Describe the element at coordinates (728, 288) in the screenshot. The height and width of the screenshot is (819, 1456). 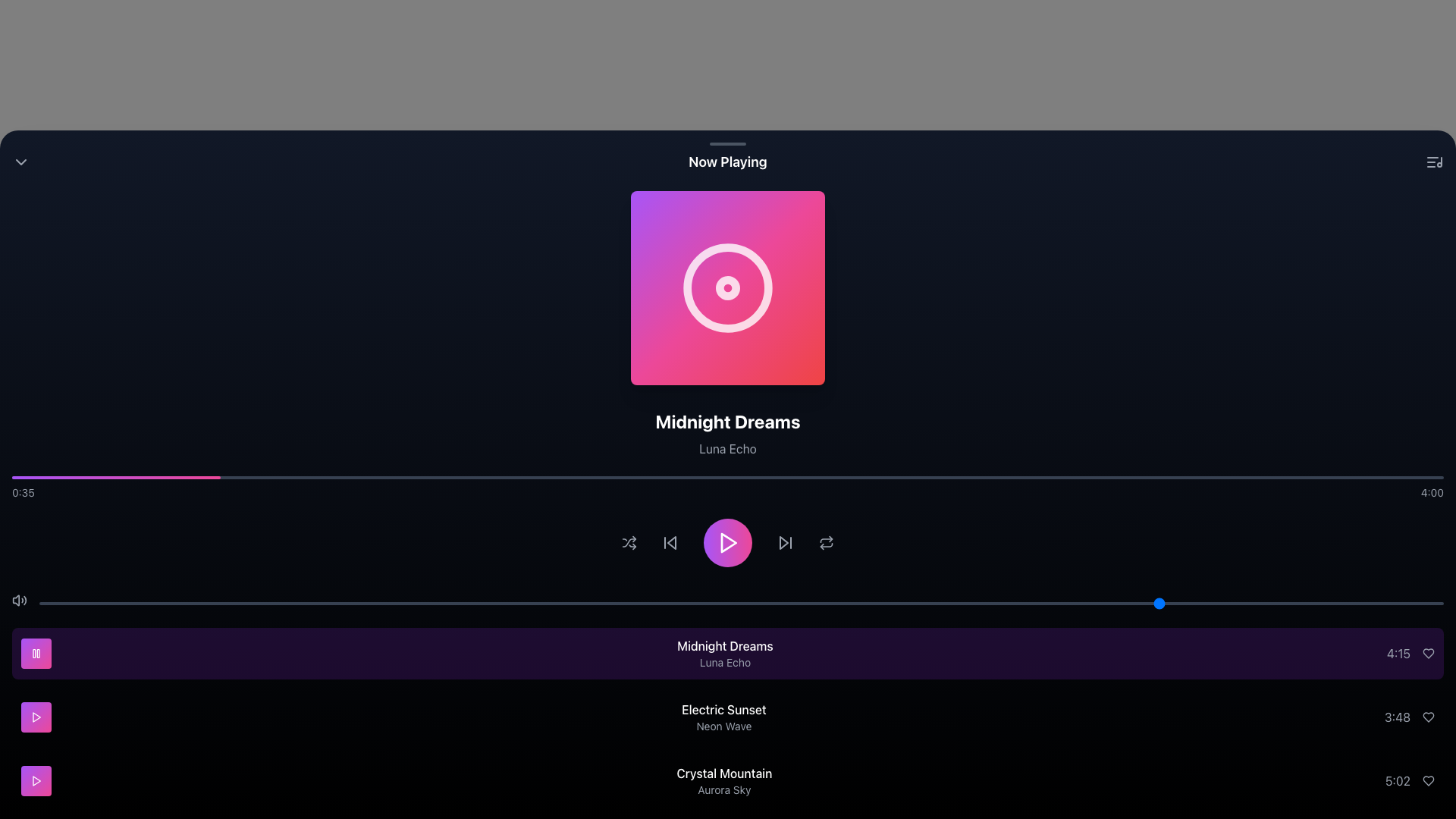
I see `the decorative vector graphic circle representing a music track or album, which is centrally positioned within the album art square at the top middle of the display` at that location.